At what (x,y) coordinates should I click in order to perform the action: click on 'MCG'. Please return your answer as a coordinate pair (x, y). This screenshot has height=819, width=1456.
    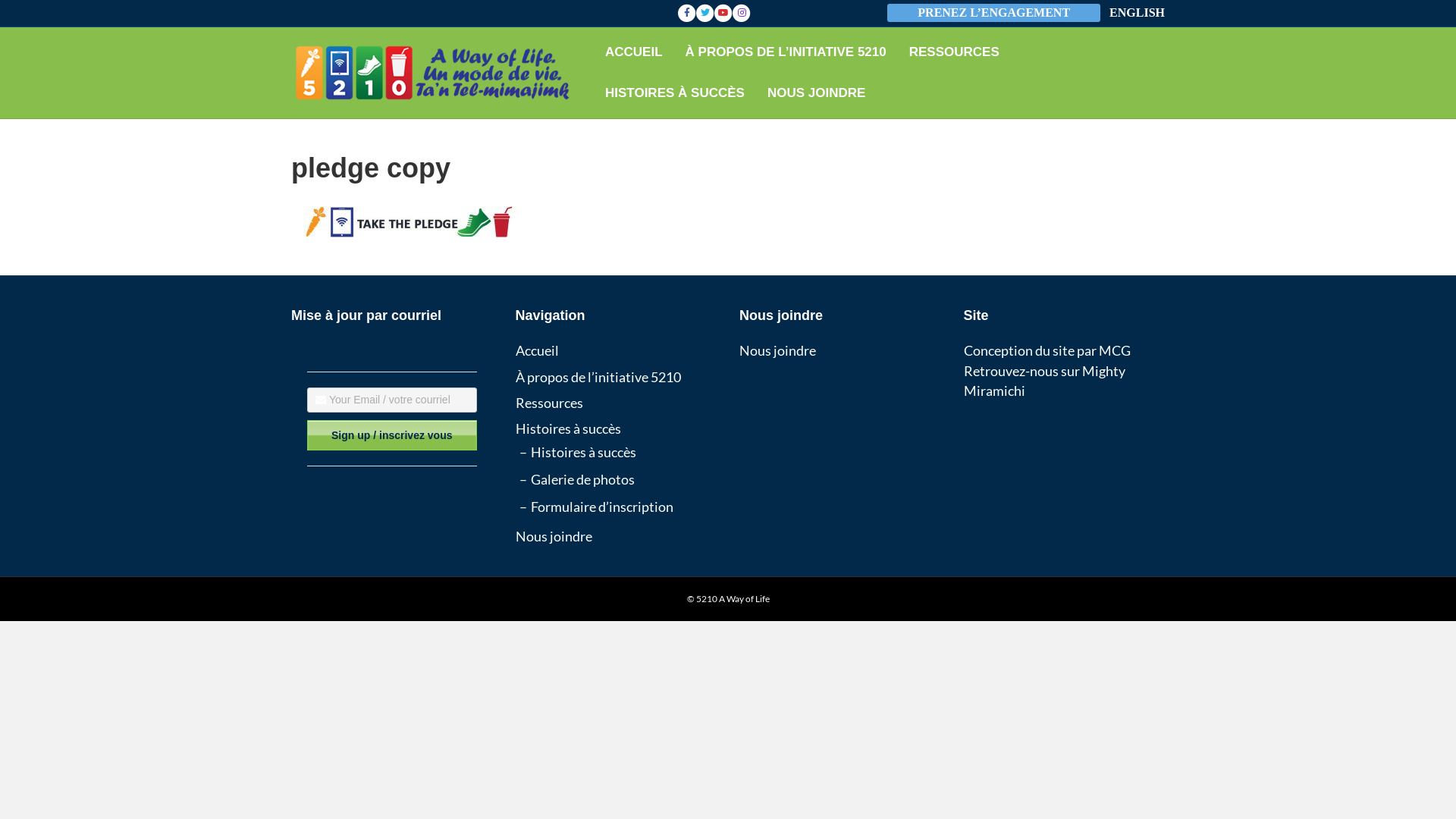
    Looking at the image, I should click on (1113, 350).